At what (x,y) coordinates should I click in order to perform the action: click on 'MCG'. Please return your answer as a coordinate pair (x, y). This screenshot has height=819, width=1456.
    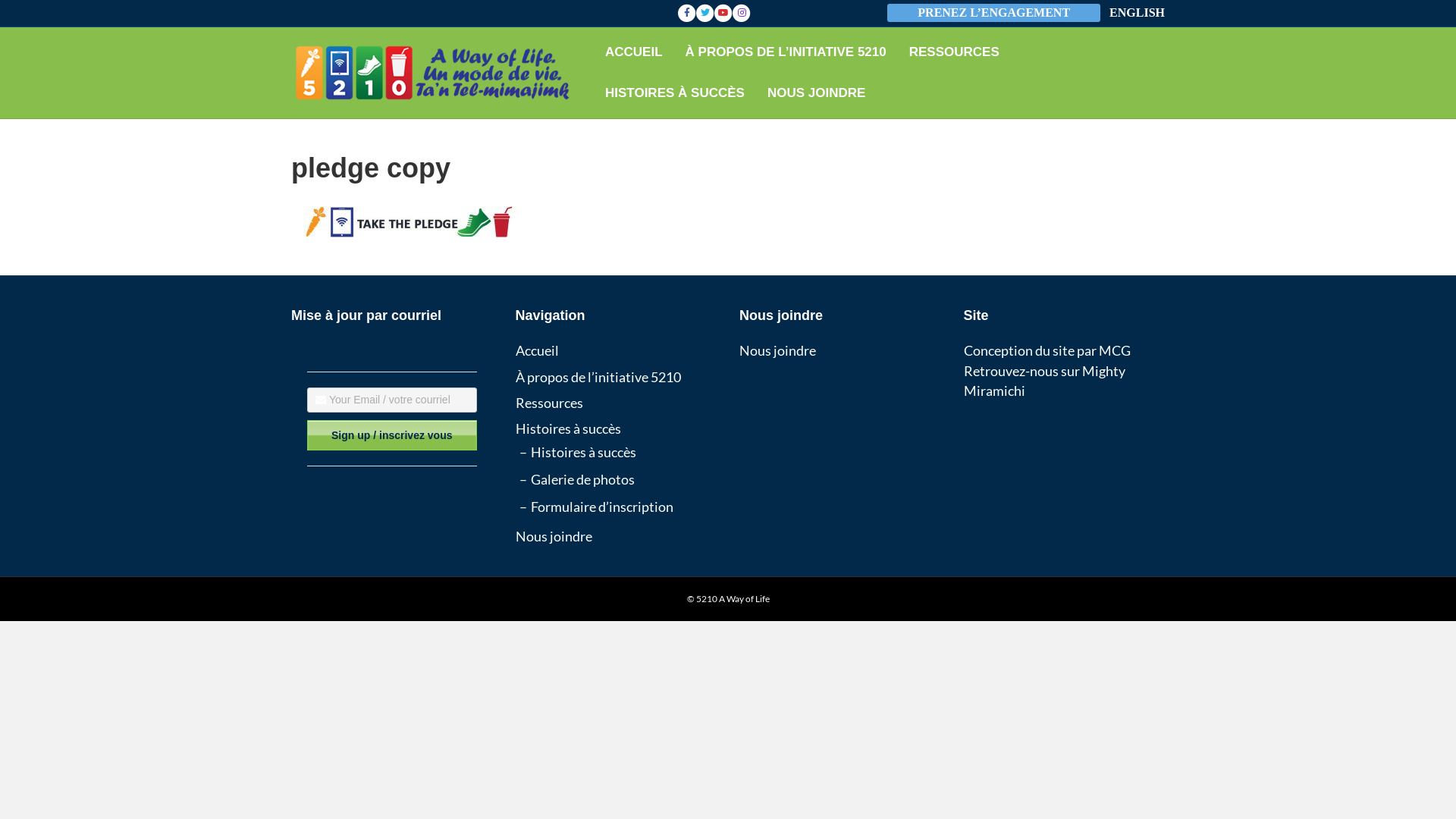
    Looking at the image, I should click on (1113, 350).